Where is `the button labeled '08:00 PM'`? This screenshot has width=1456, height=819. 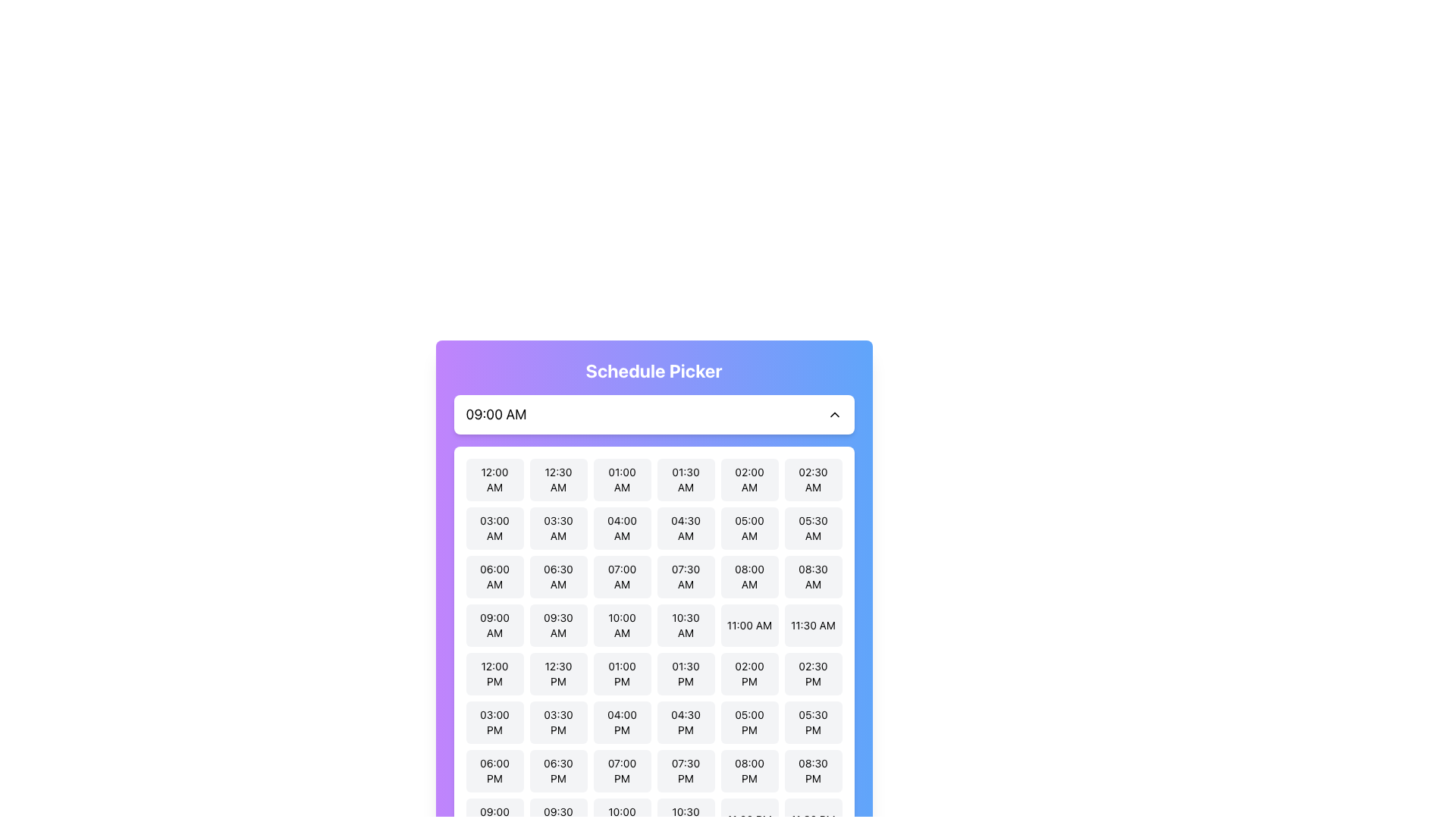
the button labeled '08:00 PM' is located at coordinates (749, 771).